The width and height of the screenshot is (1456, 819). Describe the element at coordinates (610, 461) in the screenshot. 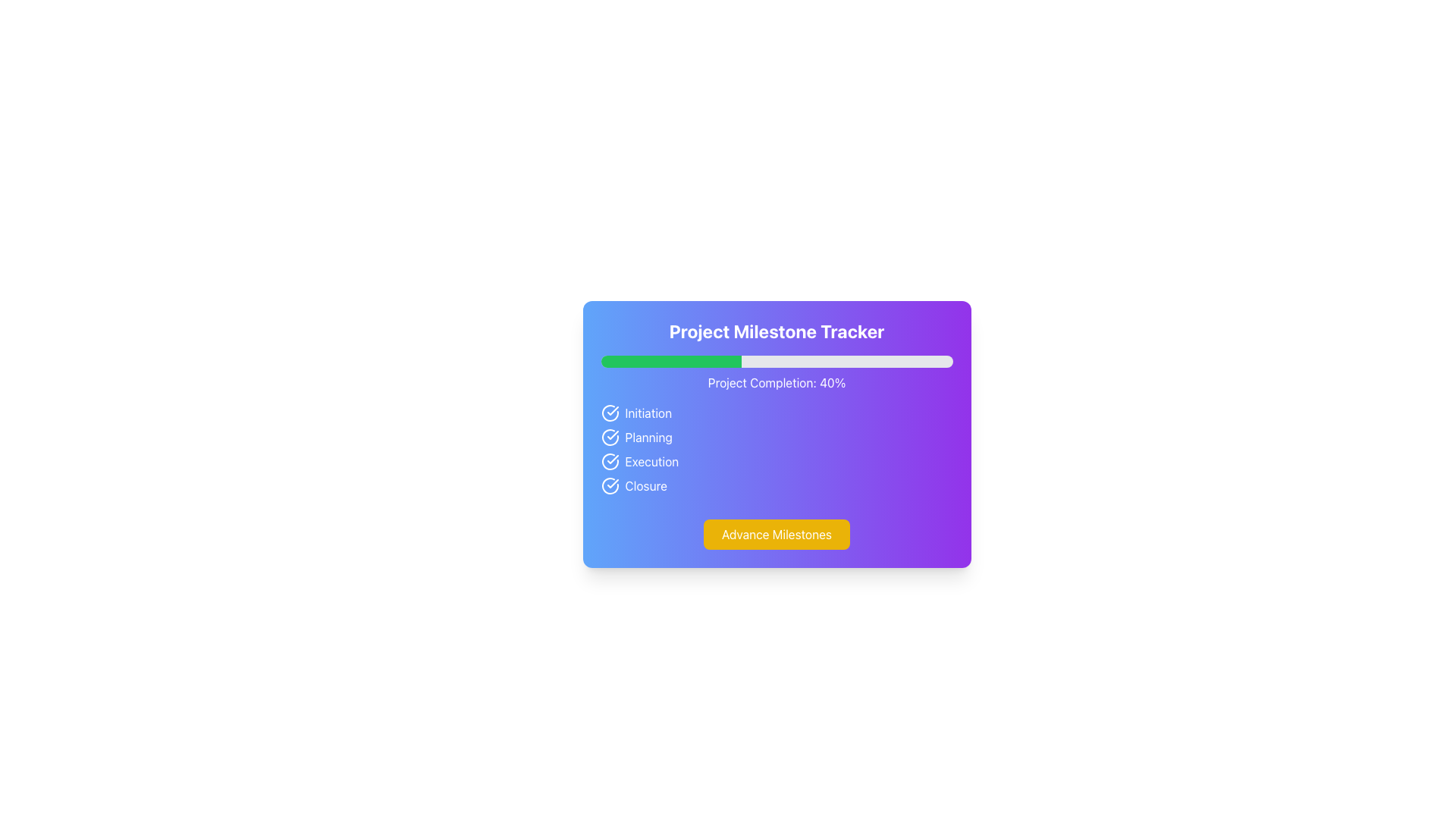

I see `the circular checkmark icon located to the left of the 'Execution' milestone text in the vertical list of milestones` at that location.